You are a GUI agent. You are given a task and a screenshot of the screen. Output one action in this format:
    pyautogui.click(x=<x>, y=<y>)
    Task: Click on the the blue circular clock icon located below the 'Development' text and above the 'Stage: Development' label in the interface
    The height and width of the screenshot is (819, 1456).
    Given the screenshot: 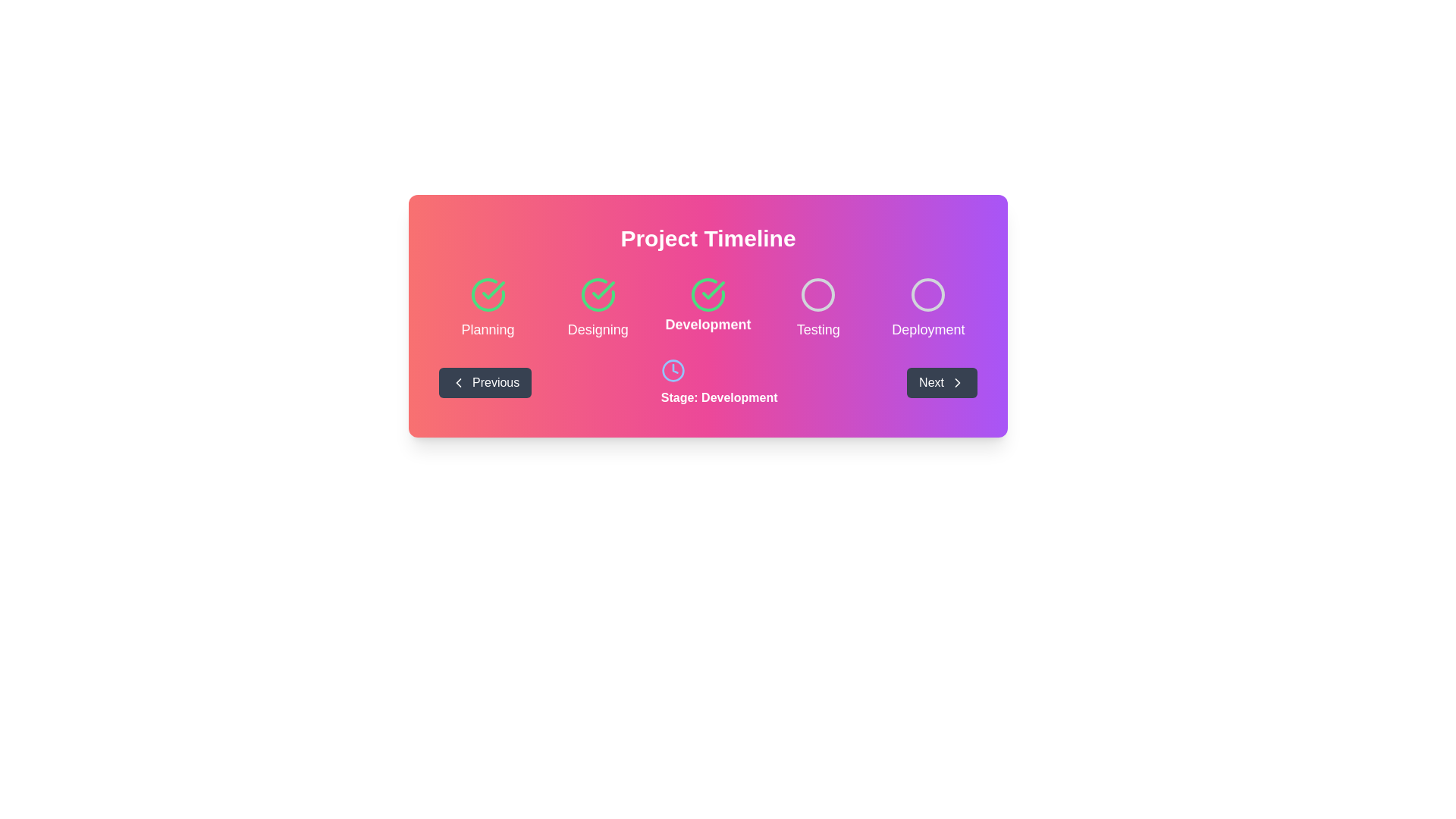 What is the action you would take?
    pyautogui.click(x=672, y=371)
    